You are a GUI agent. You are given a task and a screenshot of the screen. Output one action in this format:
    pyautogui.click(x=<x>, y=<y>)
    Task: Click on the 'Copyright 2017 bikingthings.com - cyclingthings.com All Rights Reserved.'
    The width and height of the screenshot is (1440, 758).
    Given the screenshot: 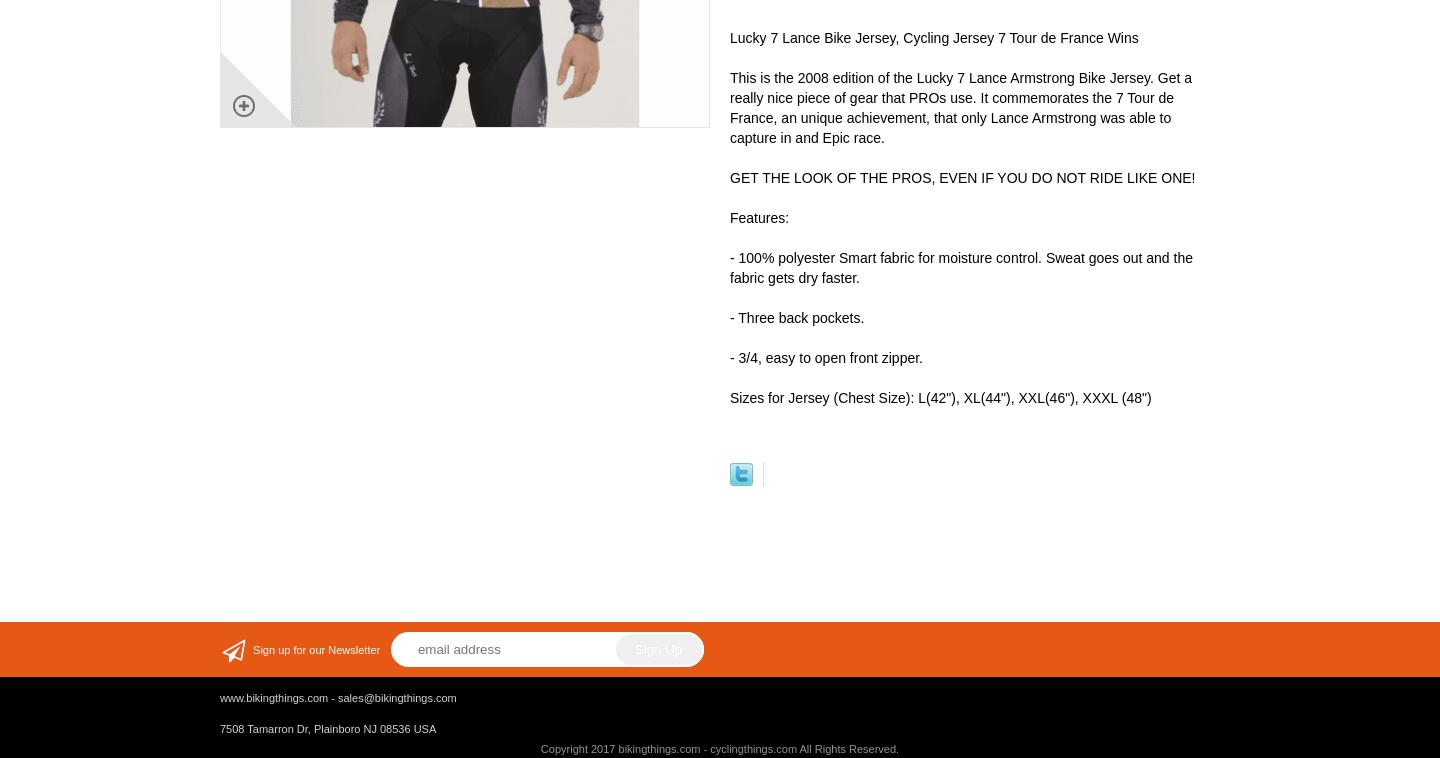 What is the action you would take?
    pyautogui.click(x=719, y=748)
    